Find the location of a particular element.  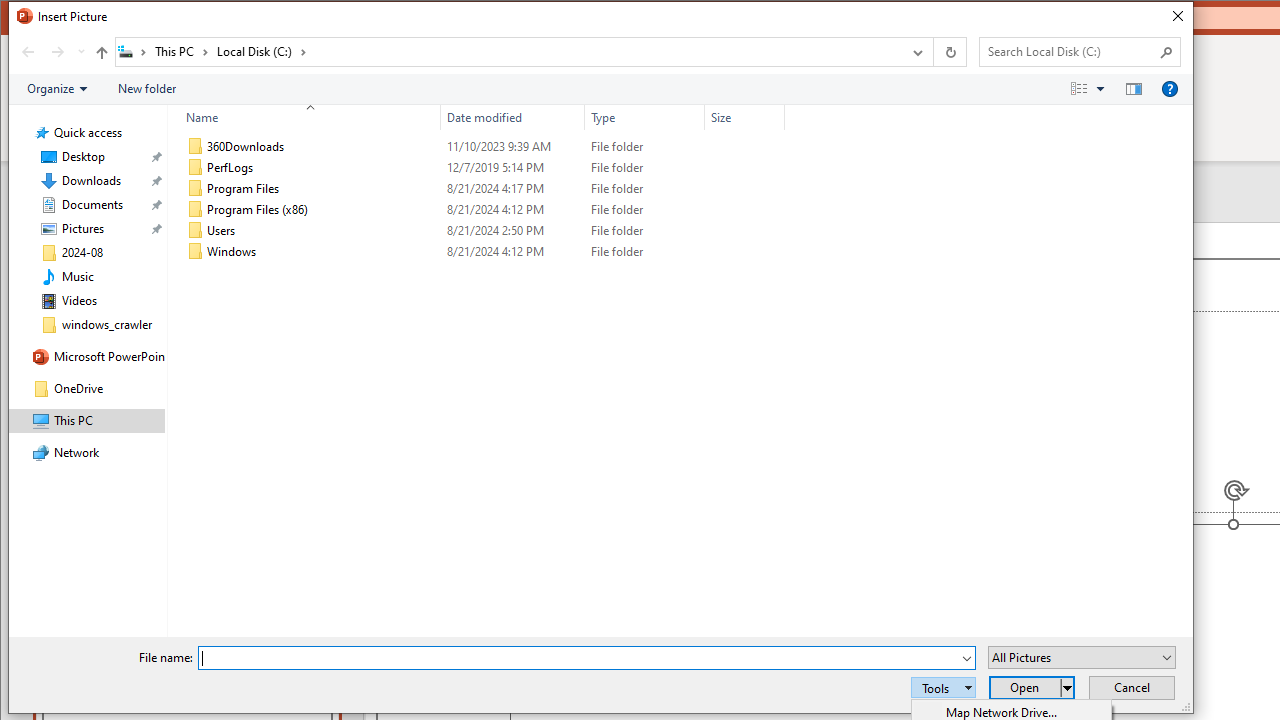

'Command Module' is located at coordinates (599, 88).